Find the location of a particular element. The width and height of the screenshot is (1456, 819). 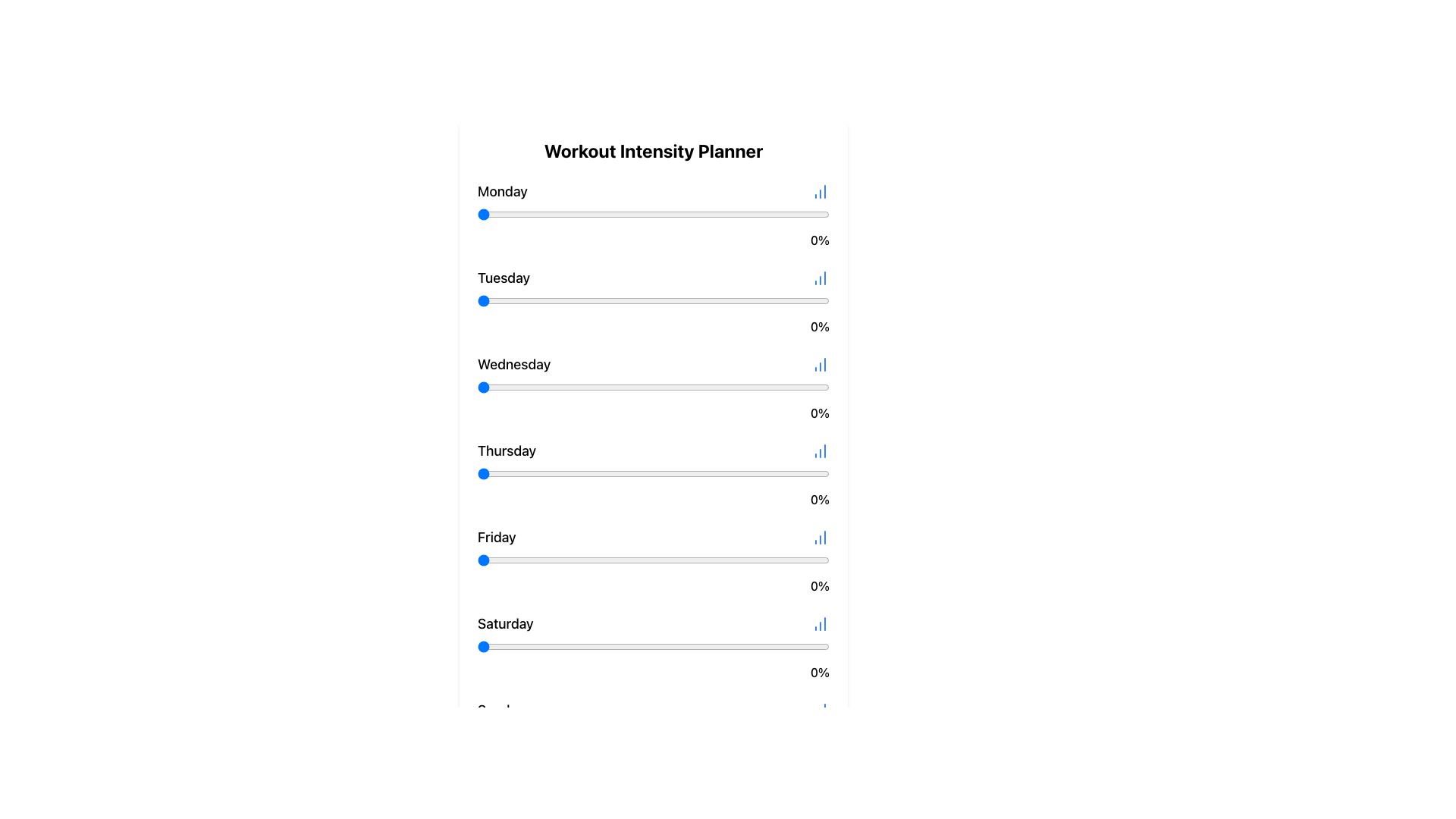

the intensity for Tuesday is located at coordinates (738, 301).